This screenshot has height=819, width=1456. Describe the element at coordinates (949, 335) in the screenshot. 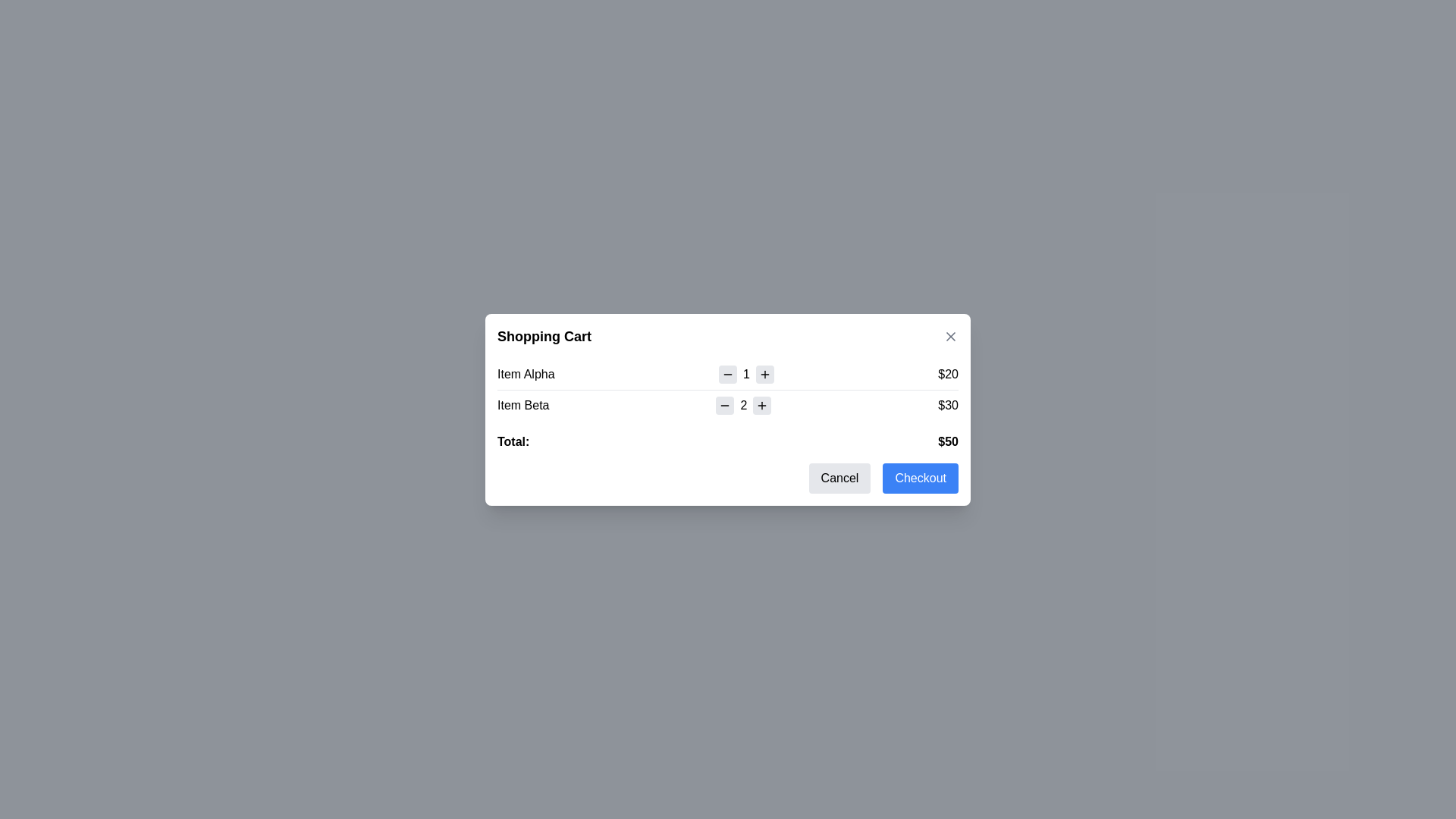

I see `the close button in the top-right corner of the 'Shopping Cart' dialog box` at that location.